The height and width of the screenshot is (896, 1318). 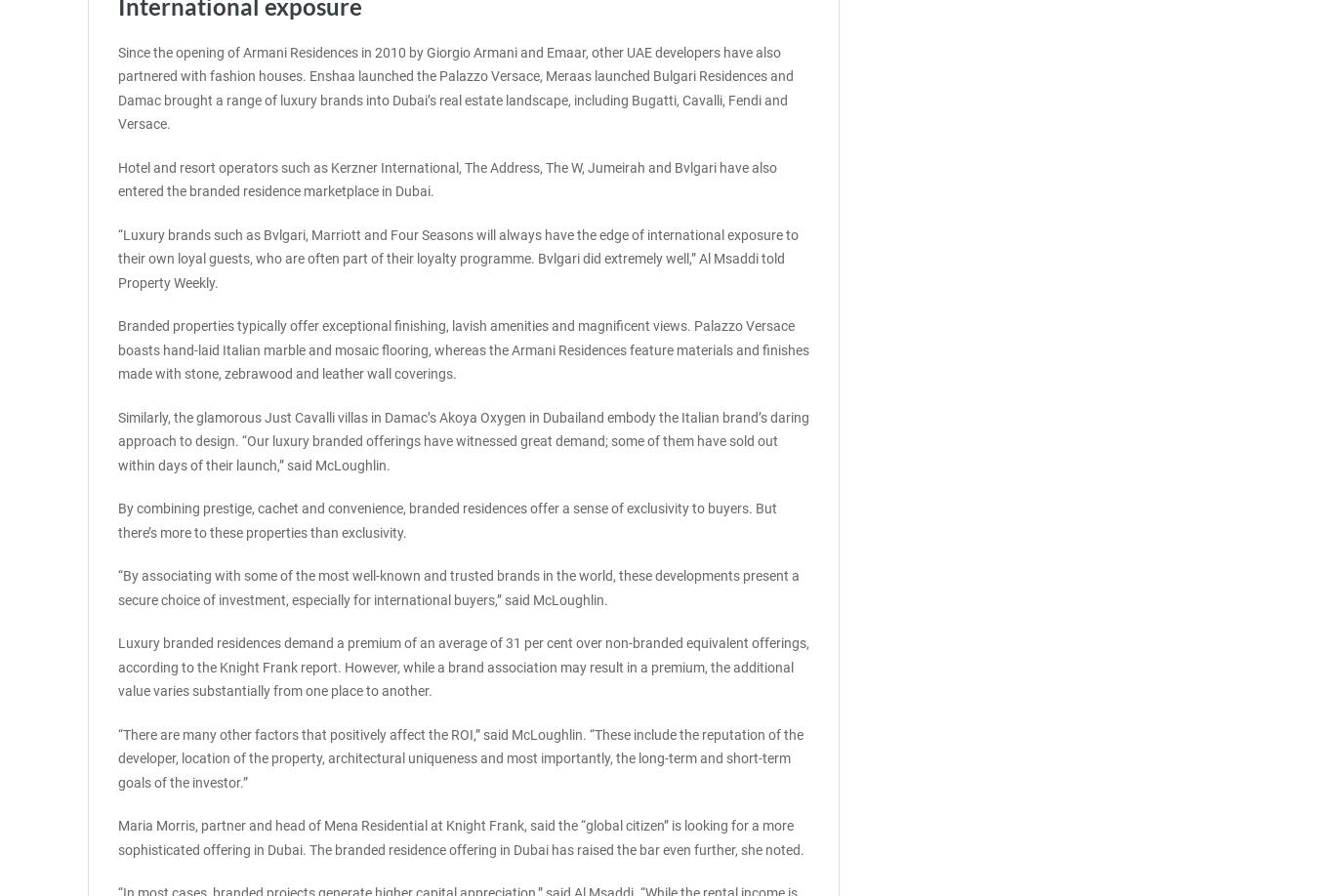 I want to click on '“By associating with some of the most well-known and trusted brands in the world, these developments present a secure choice of investment, especially for international buyers,” said McLoughlin.', so click(x=117, y=587).